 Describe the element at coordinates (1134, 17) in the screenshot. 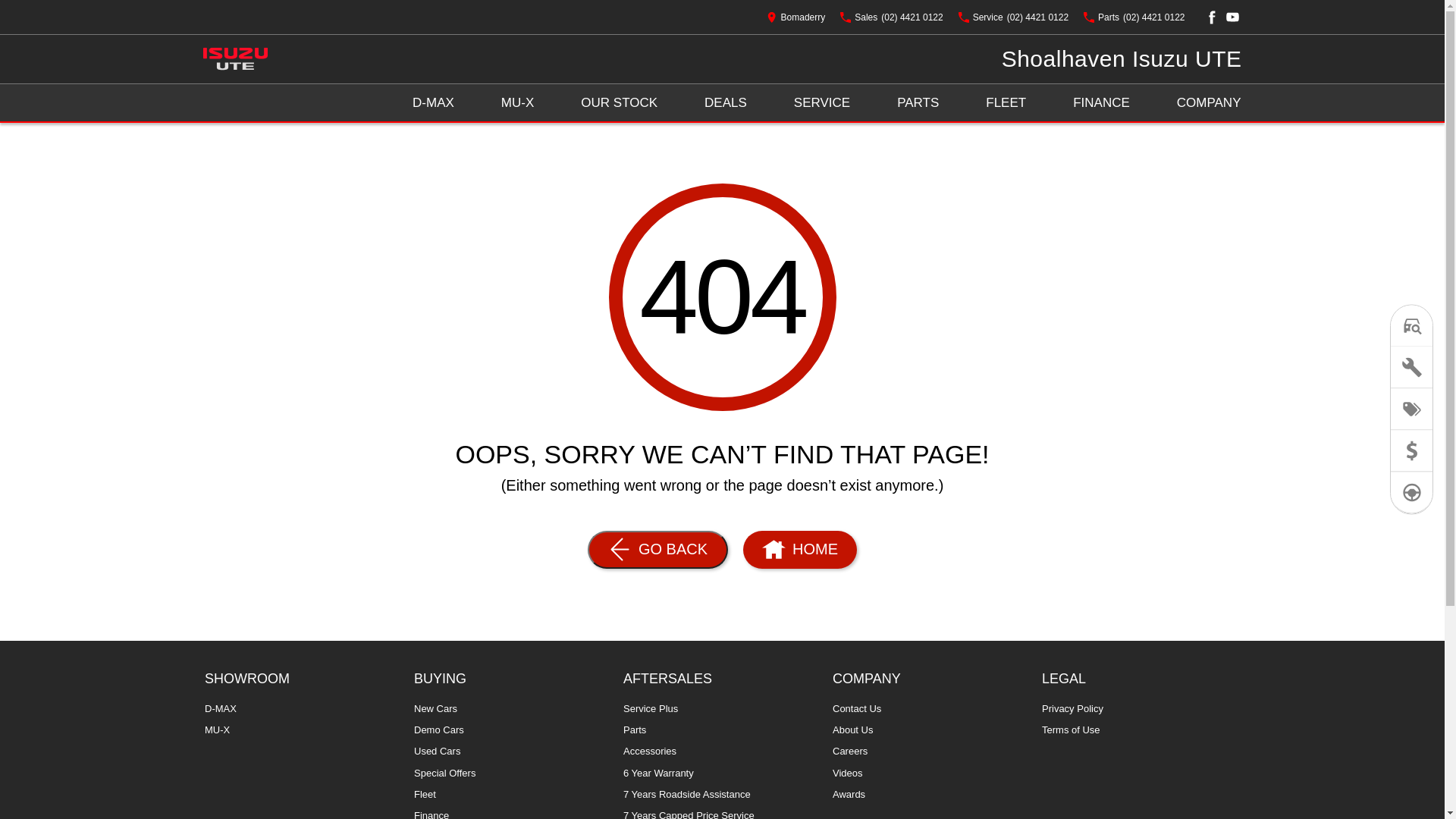

I see `'Parts` at that location.